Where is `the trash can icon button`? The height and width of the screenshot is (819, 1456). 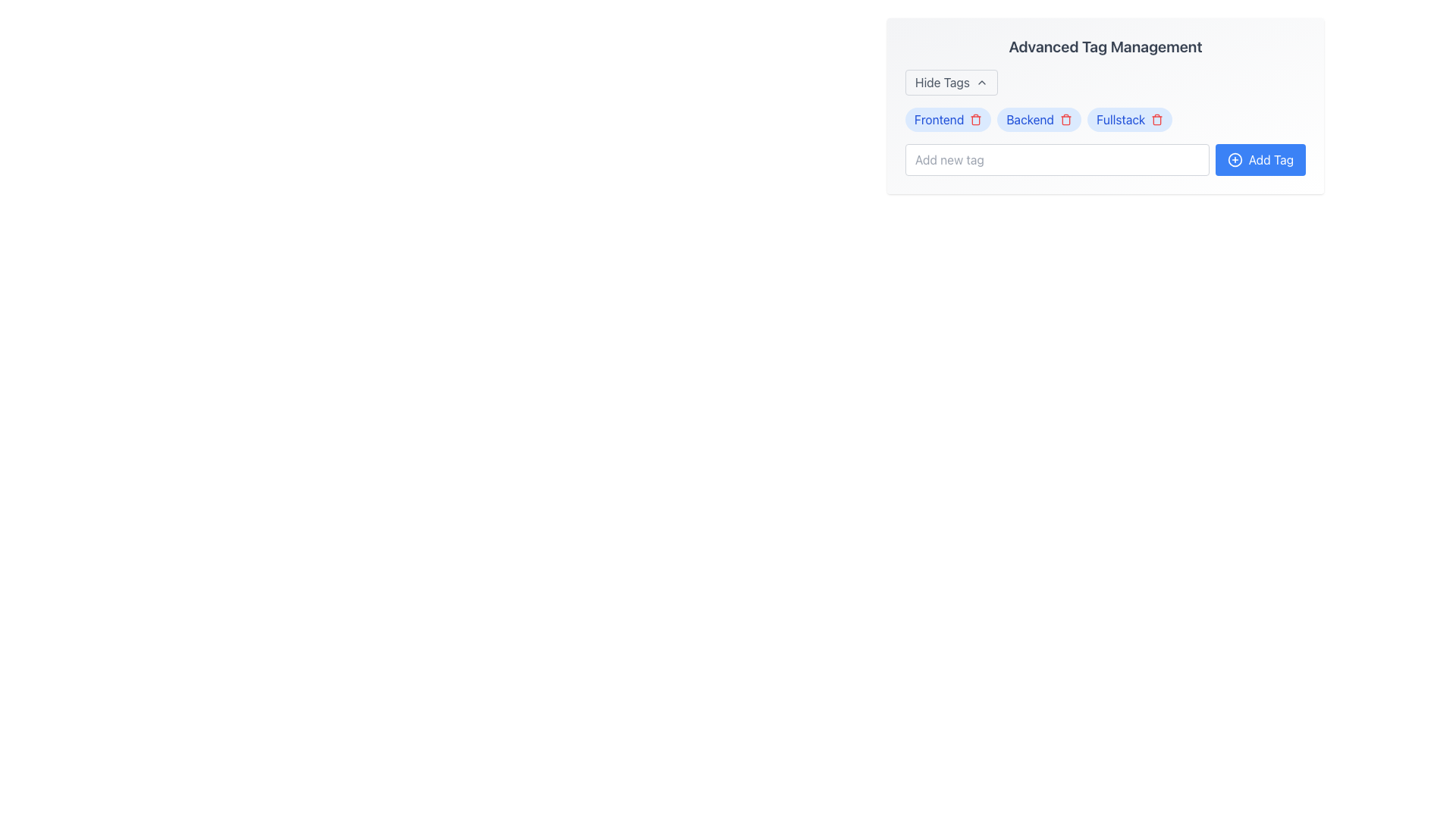
the trash can icon button is located at coordinates (1065, 119).